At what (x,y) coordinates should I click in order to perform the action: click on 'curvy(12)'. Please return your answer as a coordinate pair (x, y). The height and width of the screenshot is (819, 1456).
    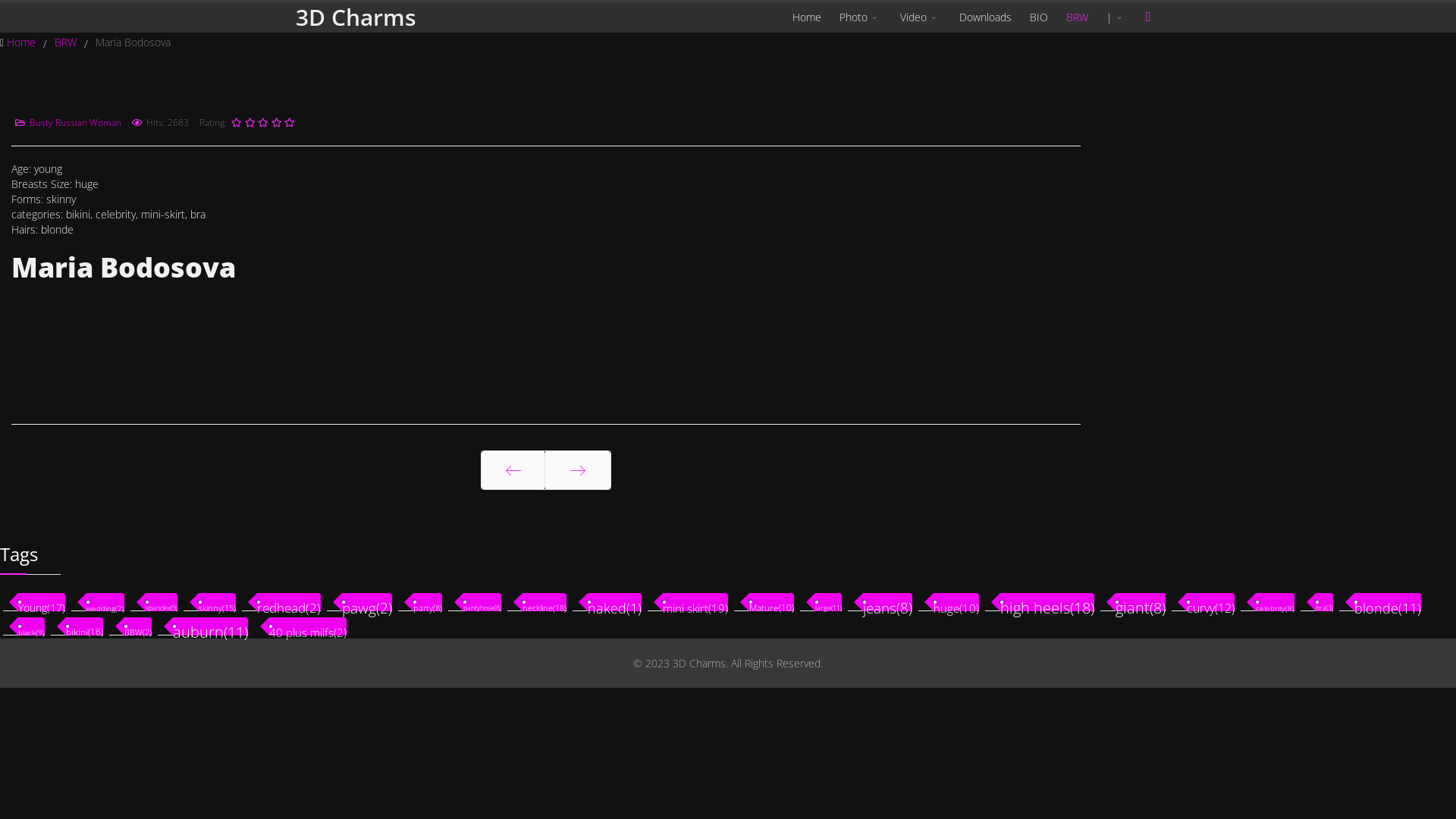
    Looking at the image, I should click on (1210, 601).